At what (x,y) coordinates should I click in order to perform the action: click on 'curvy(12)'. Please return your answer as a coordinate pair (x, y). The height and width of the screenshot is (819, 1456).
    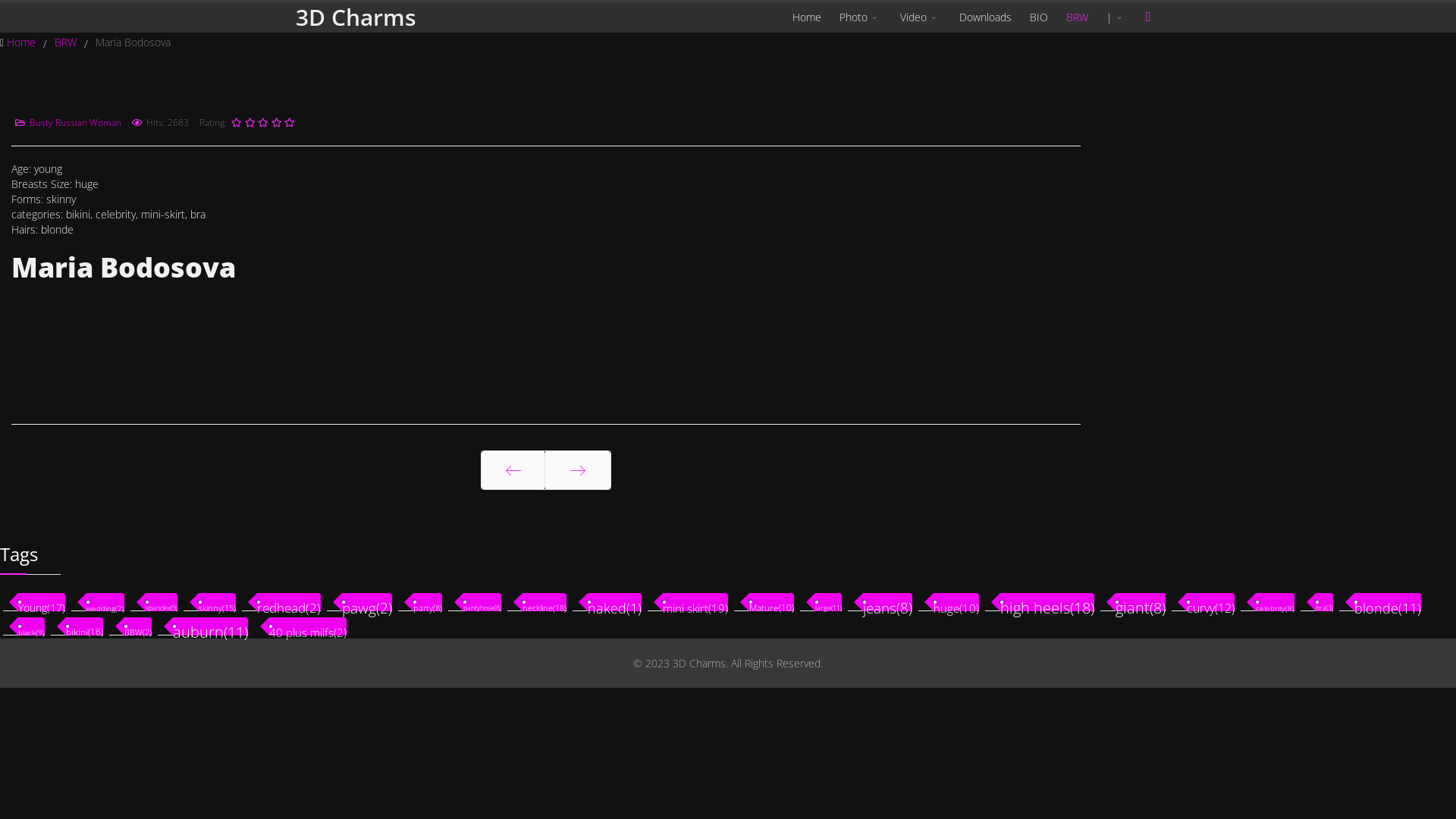
    Looking at the image, I should click on (1210, 601).